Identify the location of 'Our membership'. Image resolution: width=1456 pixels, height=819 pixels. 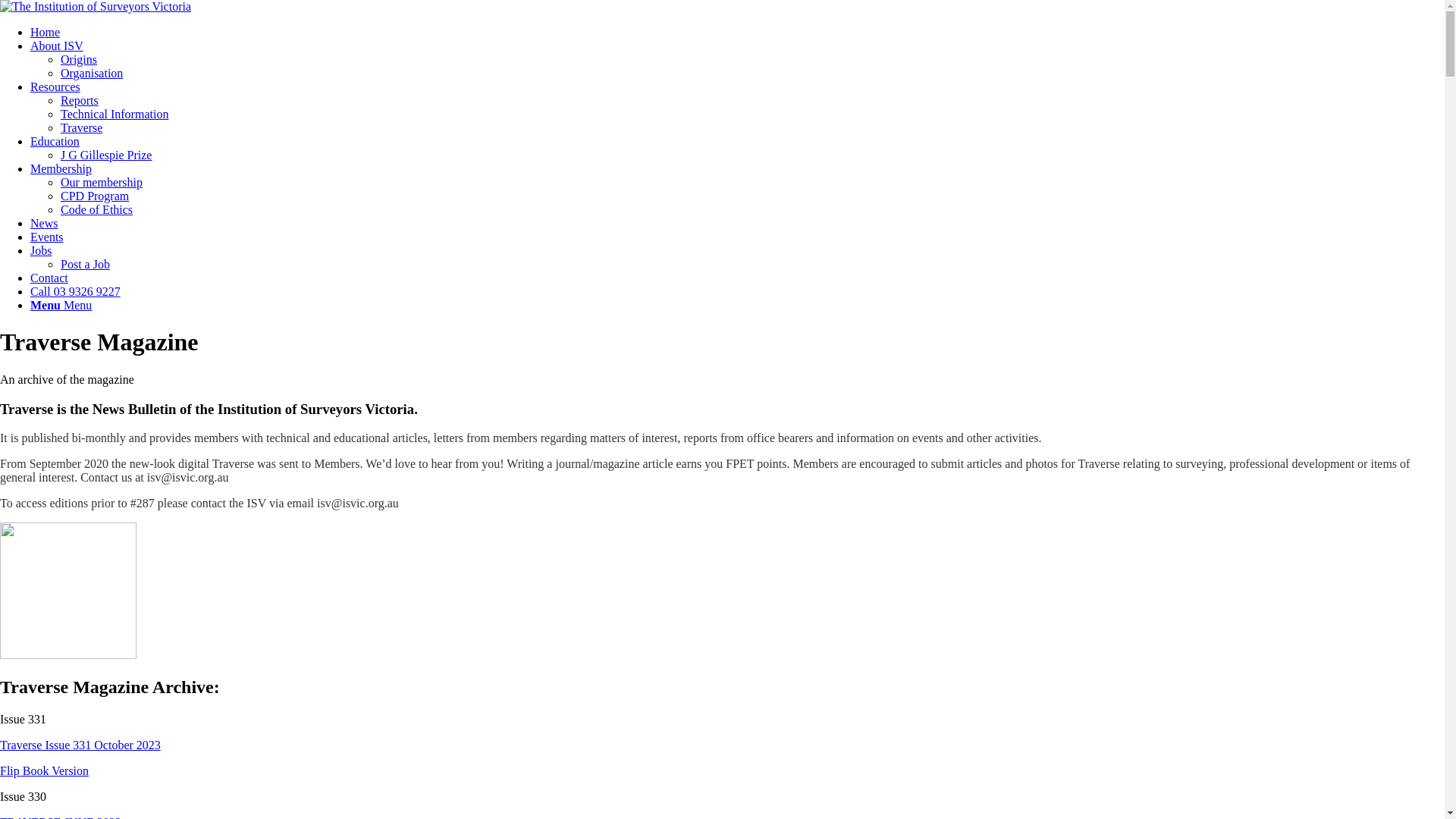
(101, 181).